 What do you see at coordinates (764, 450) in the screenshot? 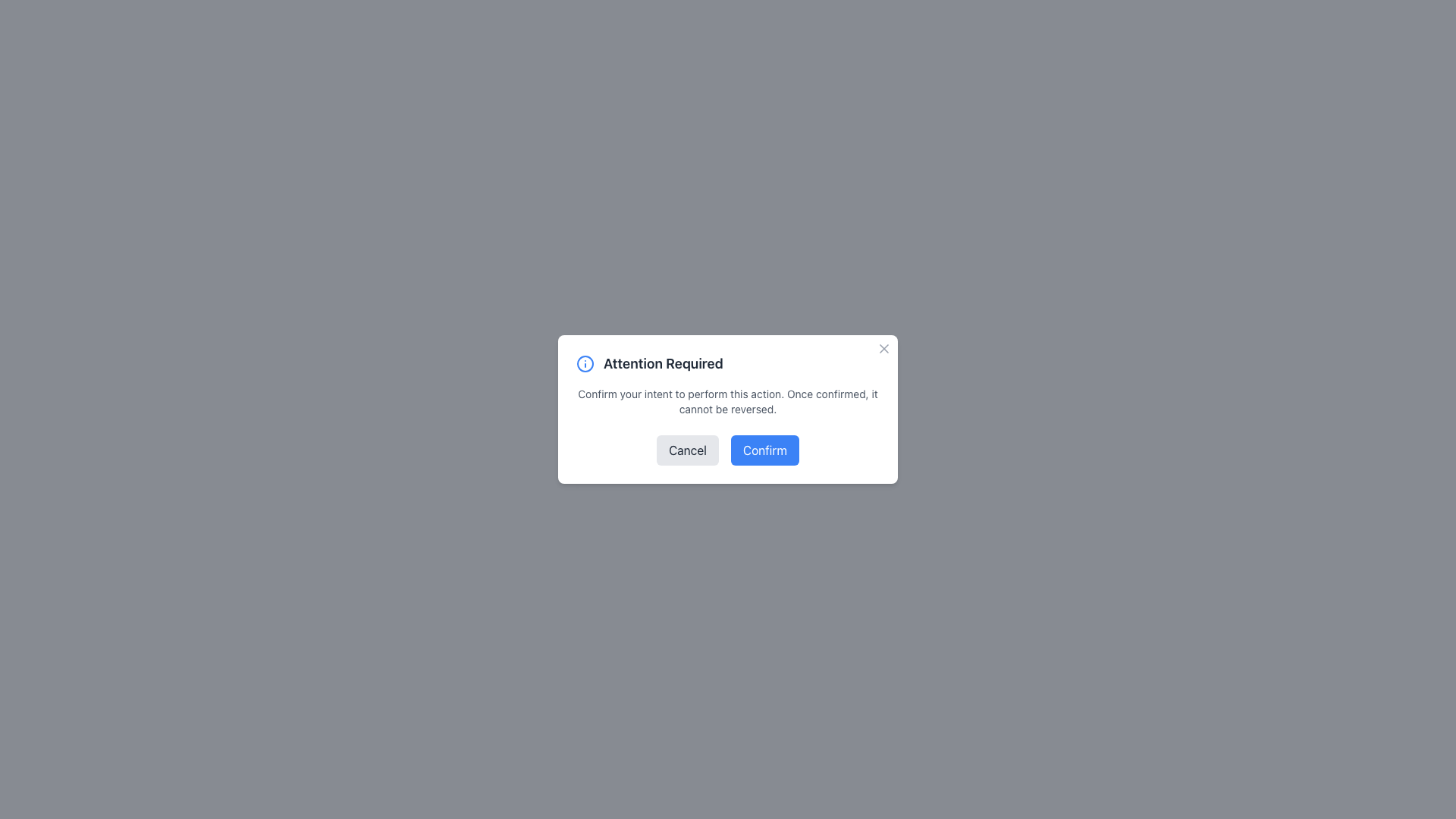
I see `the 'Confirm' button, which is a rounded rectangular button with a blue background and white text, located near the bottom-center of the dialog box` at bounding box center [764, 450].